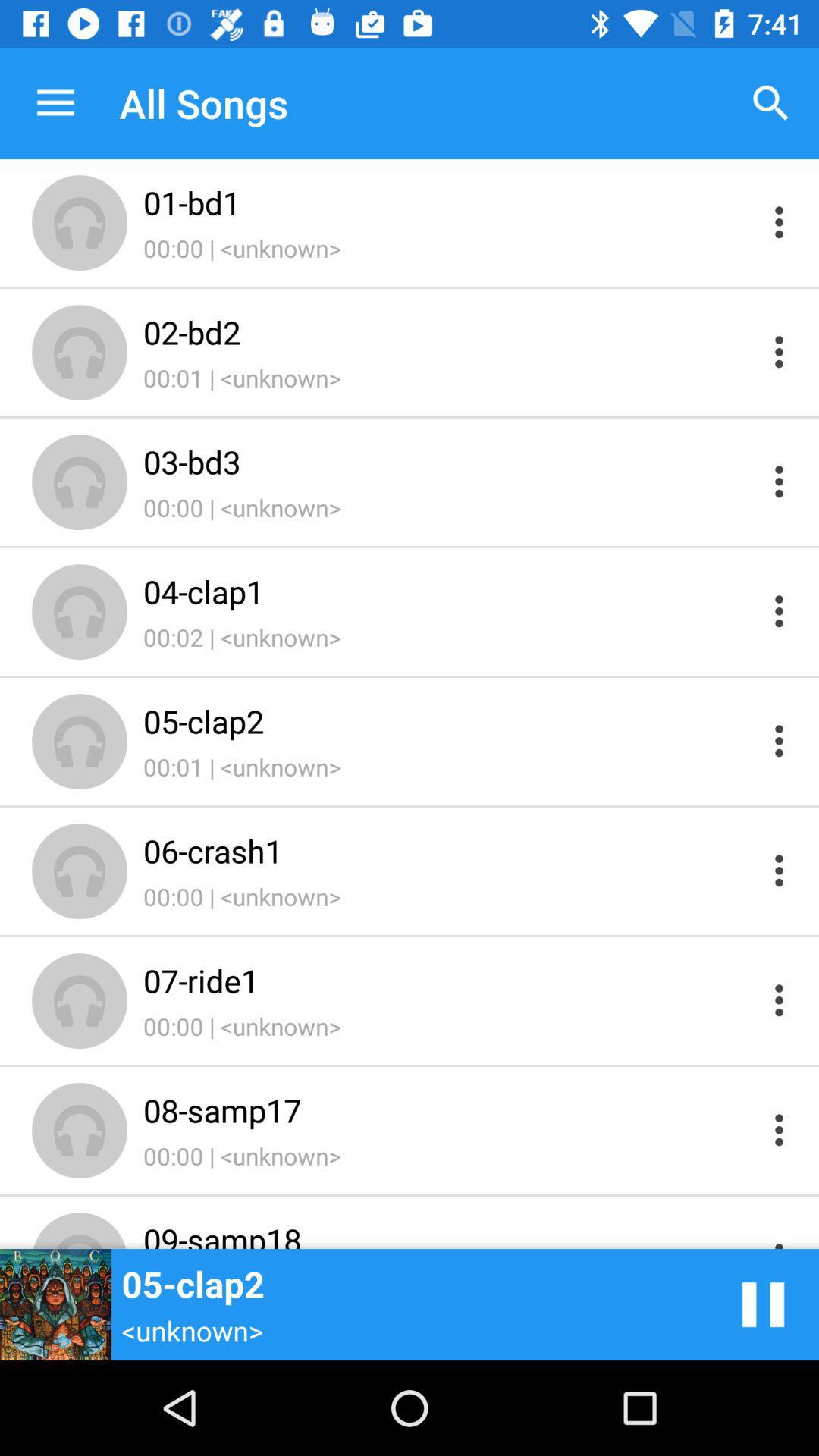 The image size is (819, 1456). What do you see at coordinates (779, 611) in the screenshot?
I see `open menu` at bounding box center [779, 611].